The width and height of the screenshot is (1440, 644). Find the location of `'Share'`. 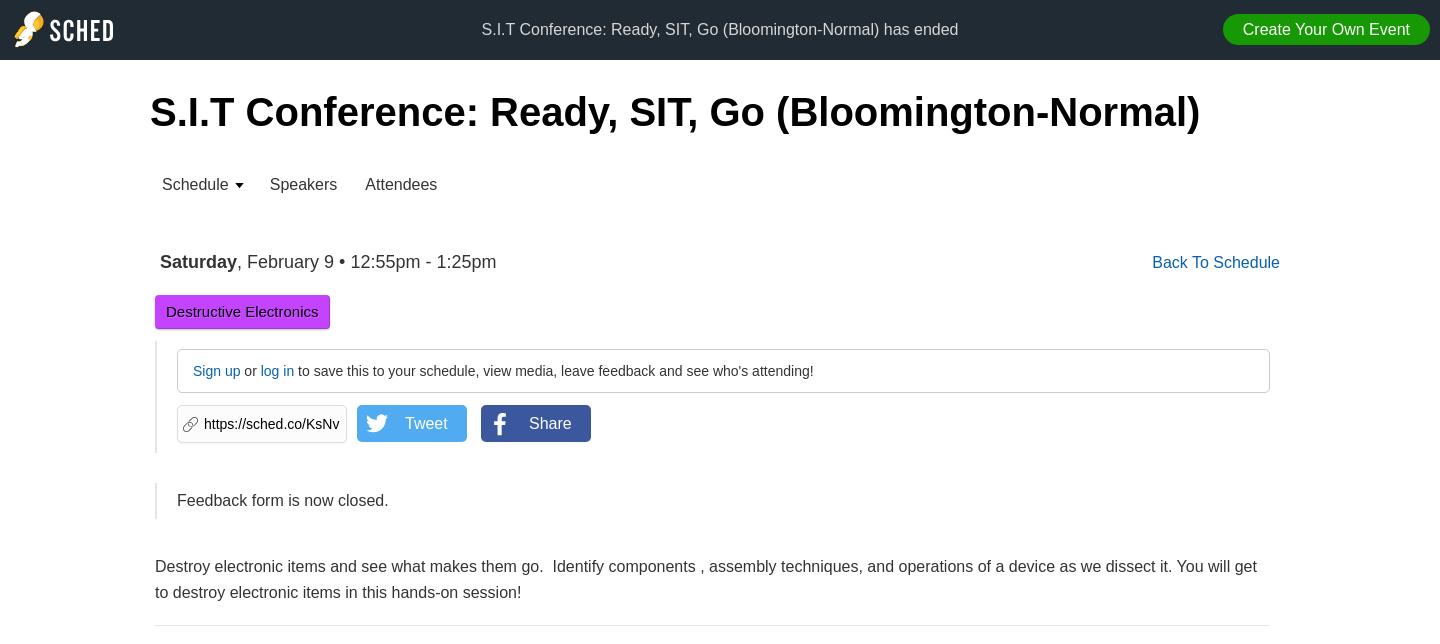

'Share' is located at coordinates (528, 423).